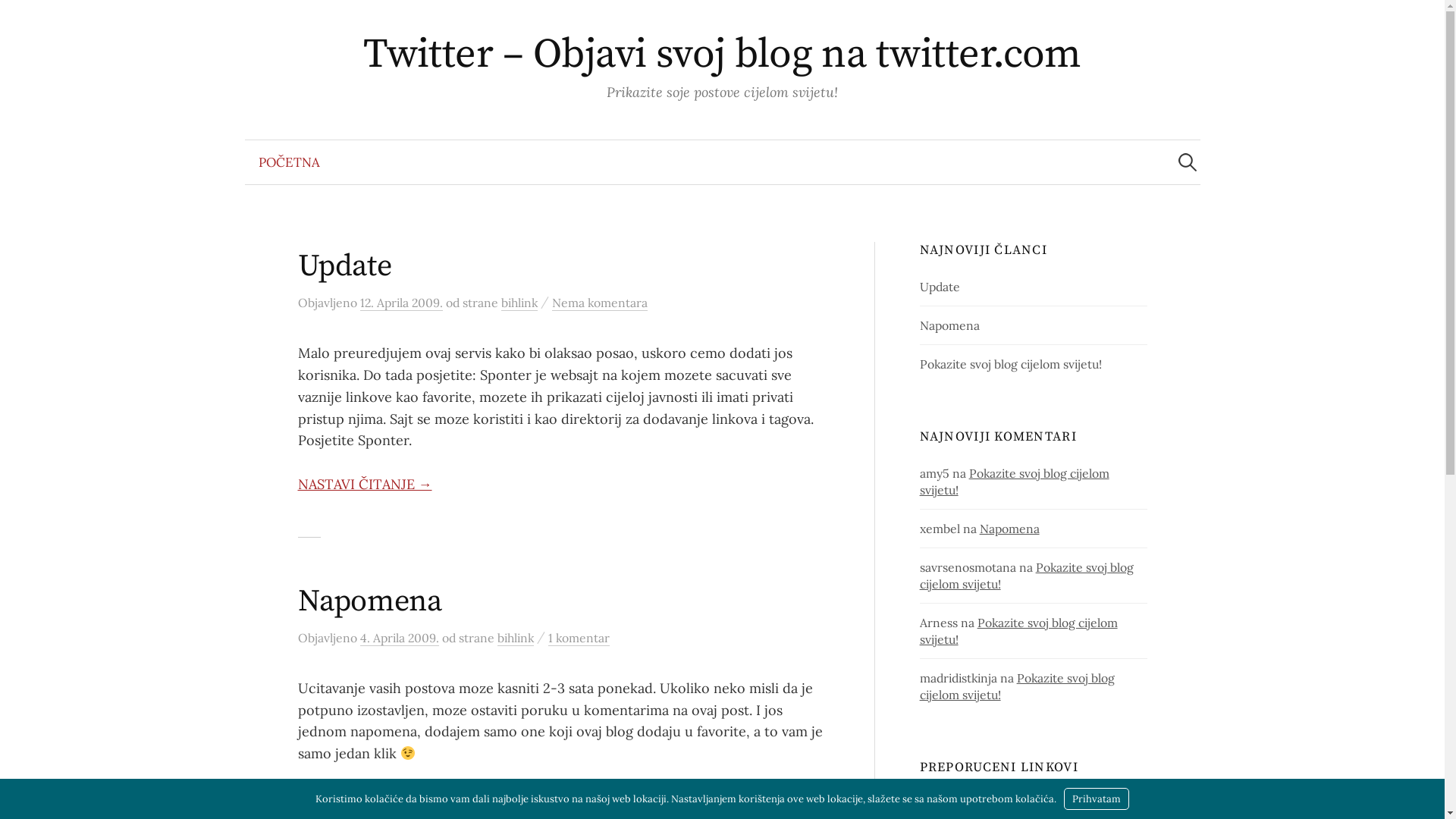 The height and width of the screenshot is (819, 1456). What do you see at coordinates (516, 638) in the screenshot?
I see `'bihlink'` at bounding box center [516, 638].